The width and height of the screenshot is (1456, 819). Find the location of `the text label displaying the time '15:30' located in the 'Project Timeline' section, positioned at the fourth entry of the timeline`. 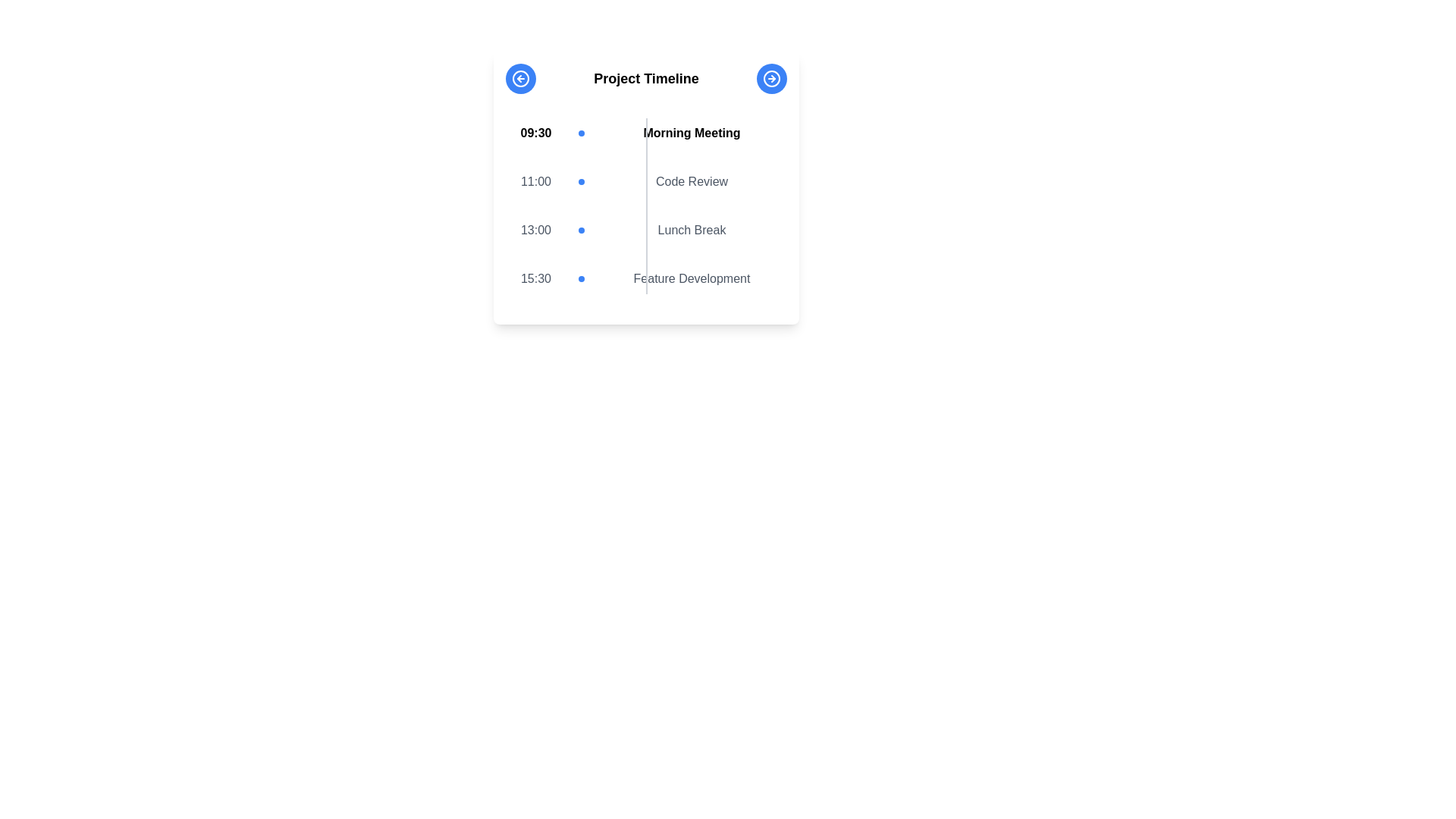

the text label displaying the time '15:30' located in the 'Project Timeline' section, positioned at the fourth entry of the timeline is located at coordinates (535, 278).